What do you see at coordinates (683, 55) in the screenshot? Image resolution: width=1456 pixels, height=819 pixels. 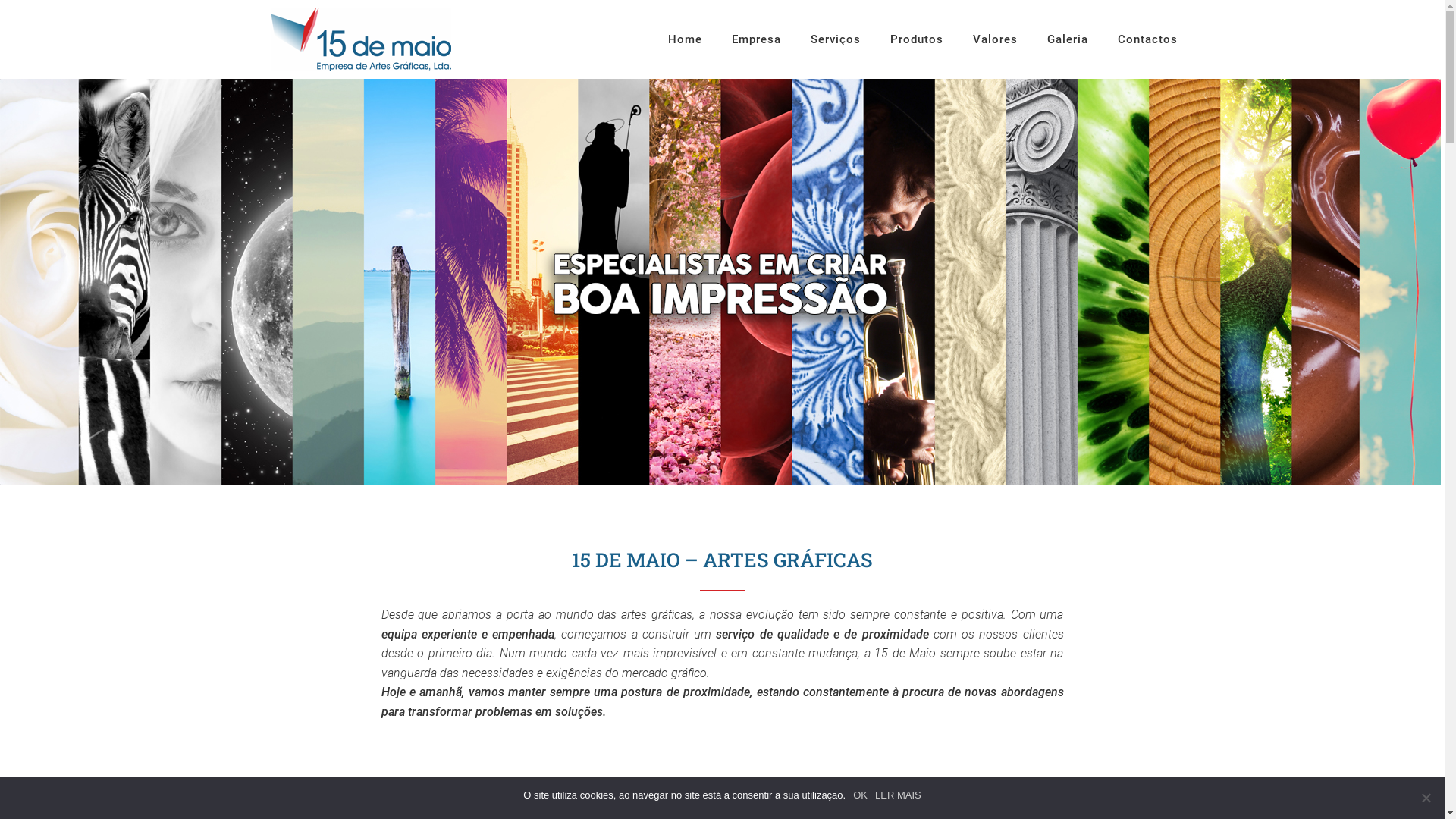 I see `'Home'` at bounding box center [683, 55].